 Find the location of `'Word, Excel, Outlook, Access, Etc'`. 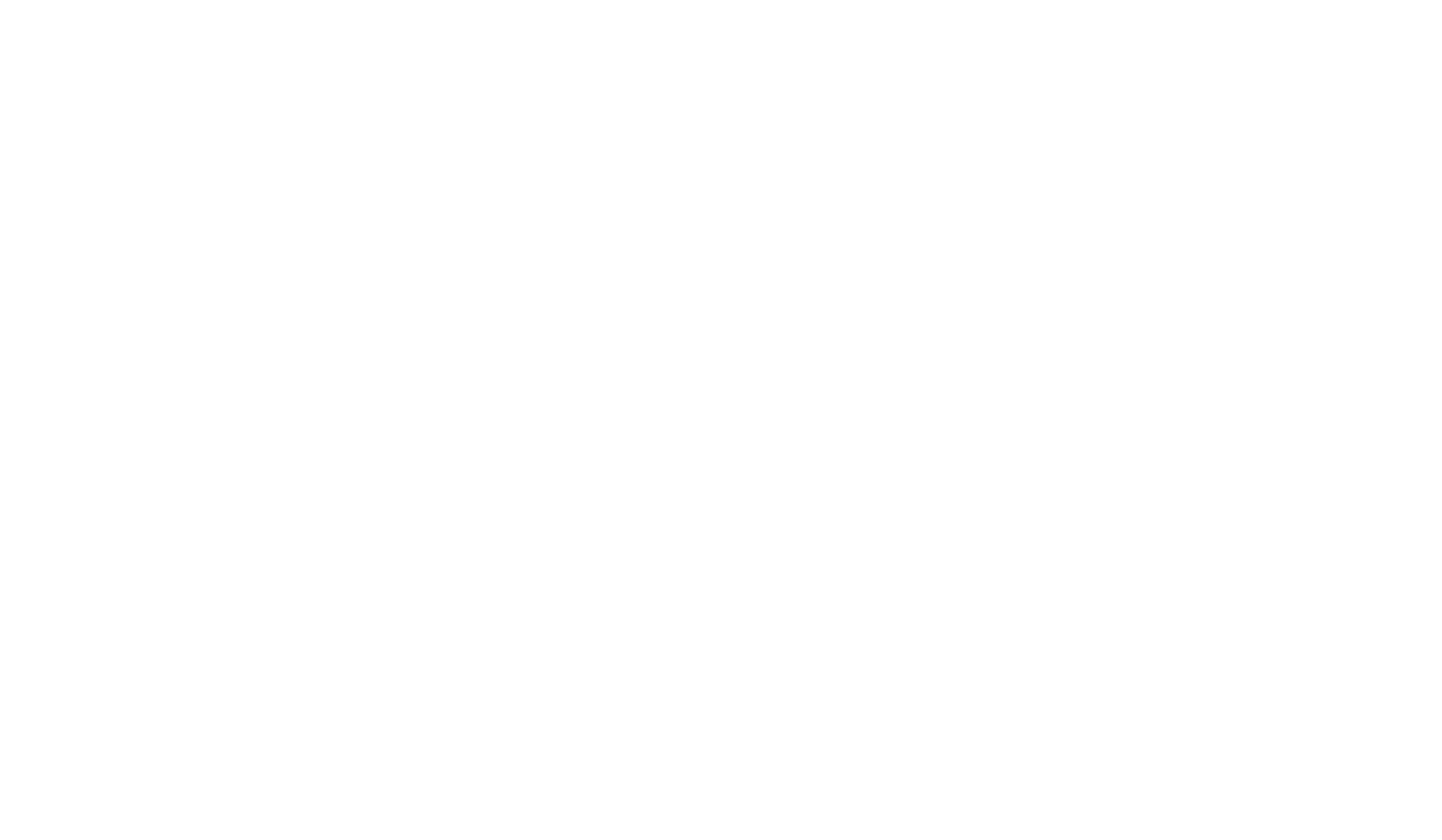

'Word, Excel, Outlook, Access, Etc' is located at coordinates (636, 560).